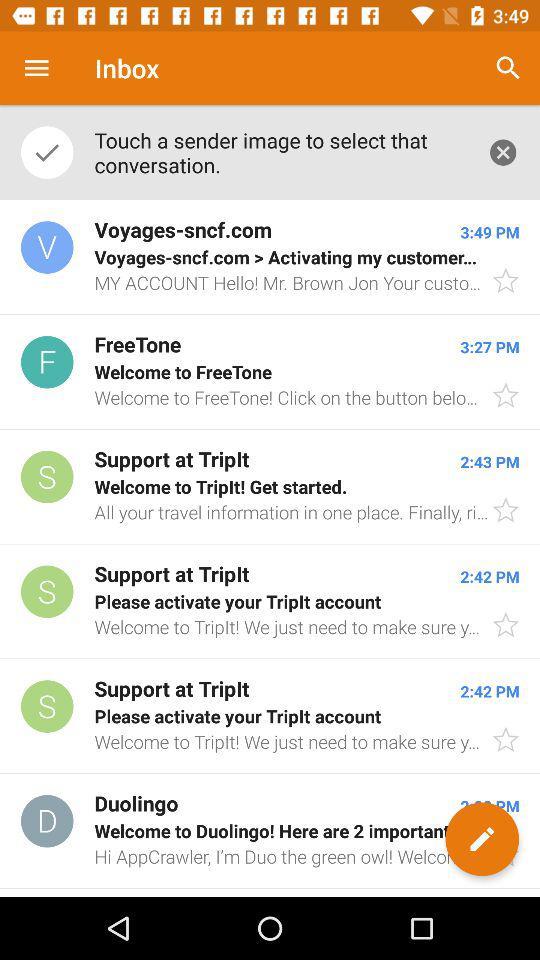 The width and height of the screenshot is (540, 960). Describe the element at coordinates (279, 151) in the screenshot. I see `the app below the inbox item` at that location.